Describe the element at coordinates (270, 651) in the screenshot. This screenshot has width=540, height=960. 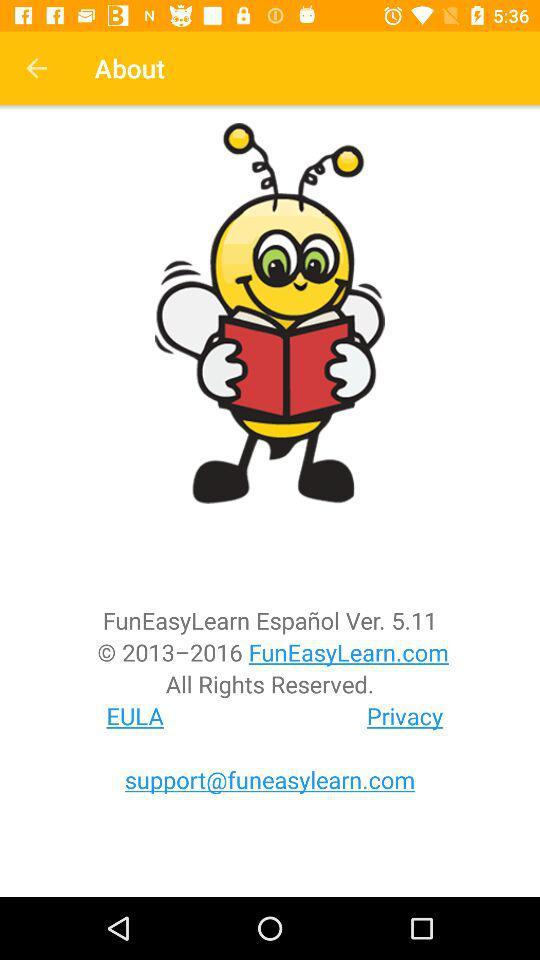
I see `the item above all rights reserved. item` at that location.